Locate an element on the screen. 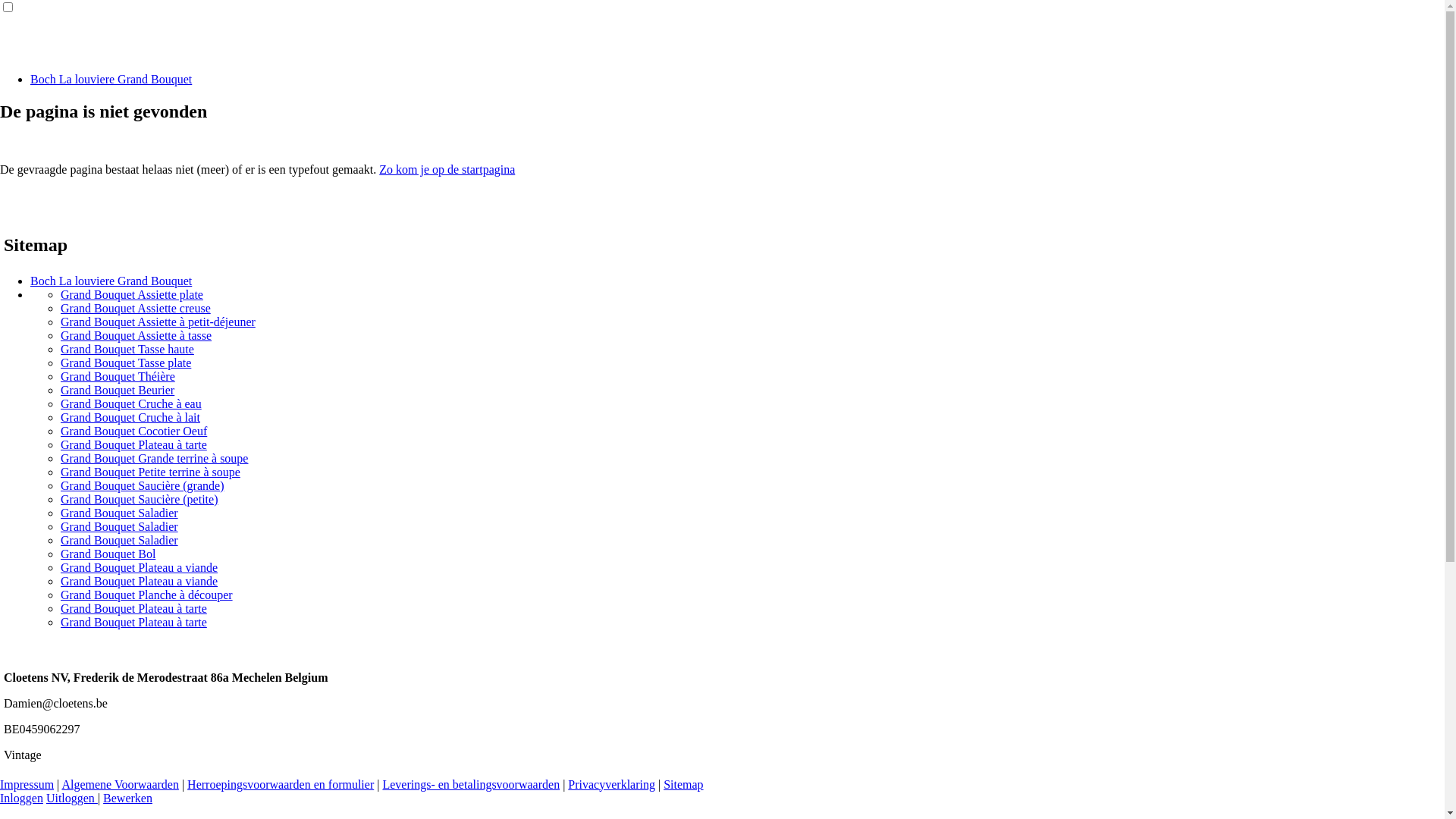 This screenshot has height=819, width=1456. 'Grand Bouquet Assiette creuse' is located at coordinates (61, 307).